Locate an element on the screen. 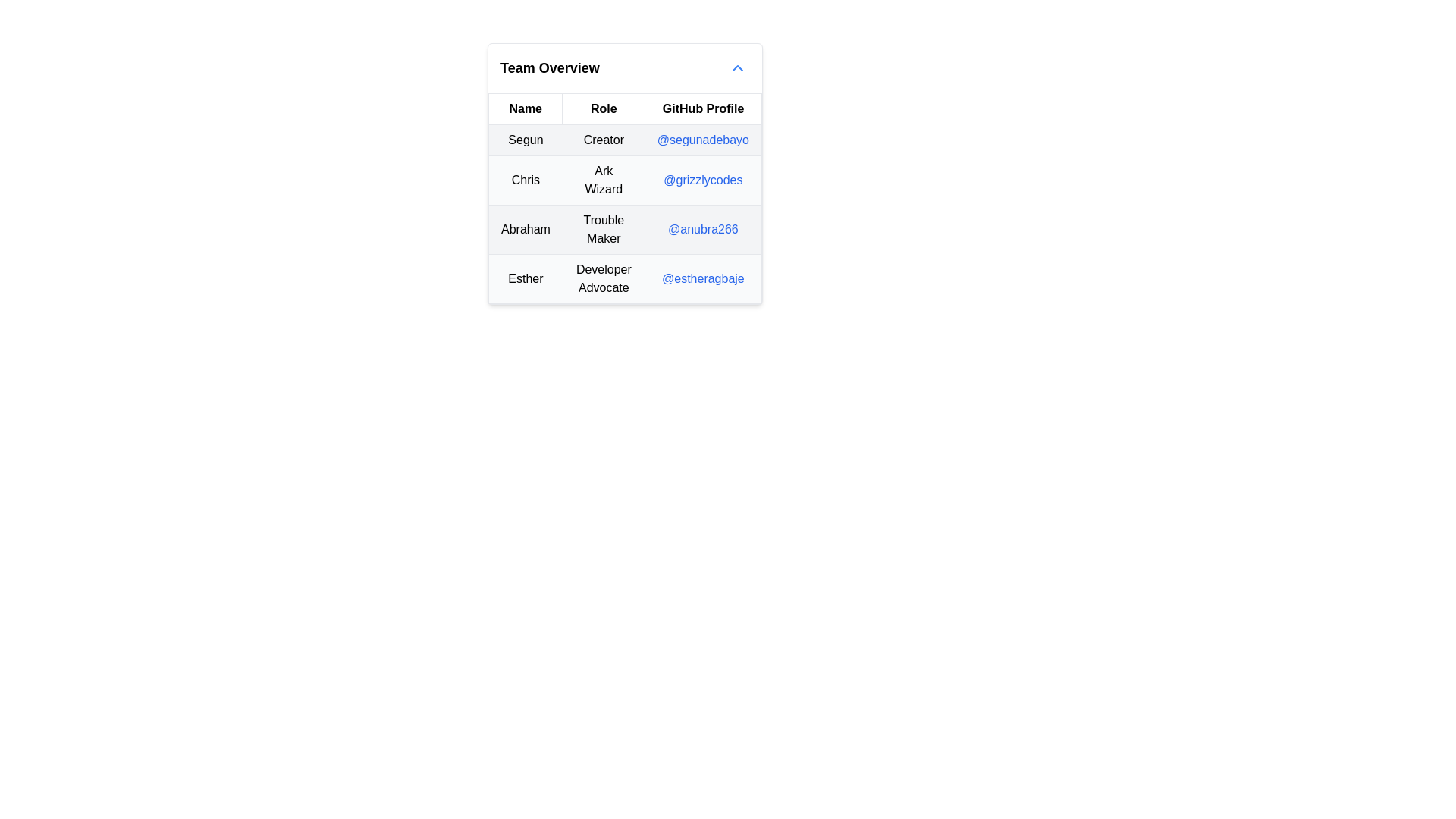 The width and height of the screenshot is (1456, 819). the 'GitHub Profile' table header, which is styled in bold font and centered within a rectangular shape, located in the third column of the header row is located at coordinates (702, 108).